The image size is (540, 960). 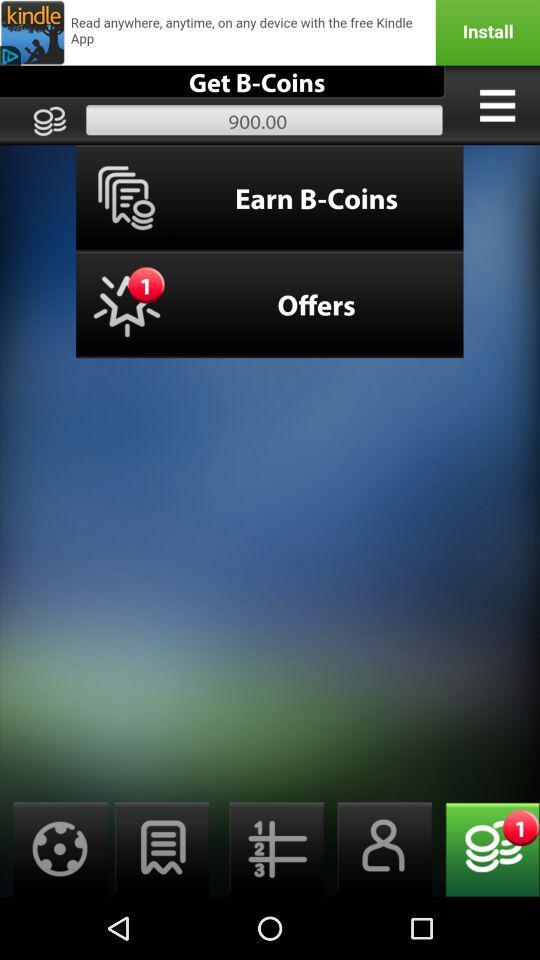 I want to click on menu option, so click(x=496, y=105).